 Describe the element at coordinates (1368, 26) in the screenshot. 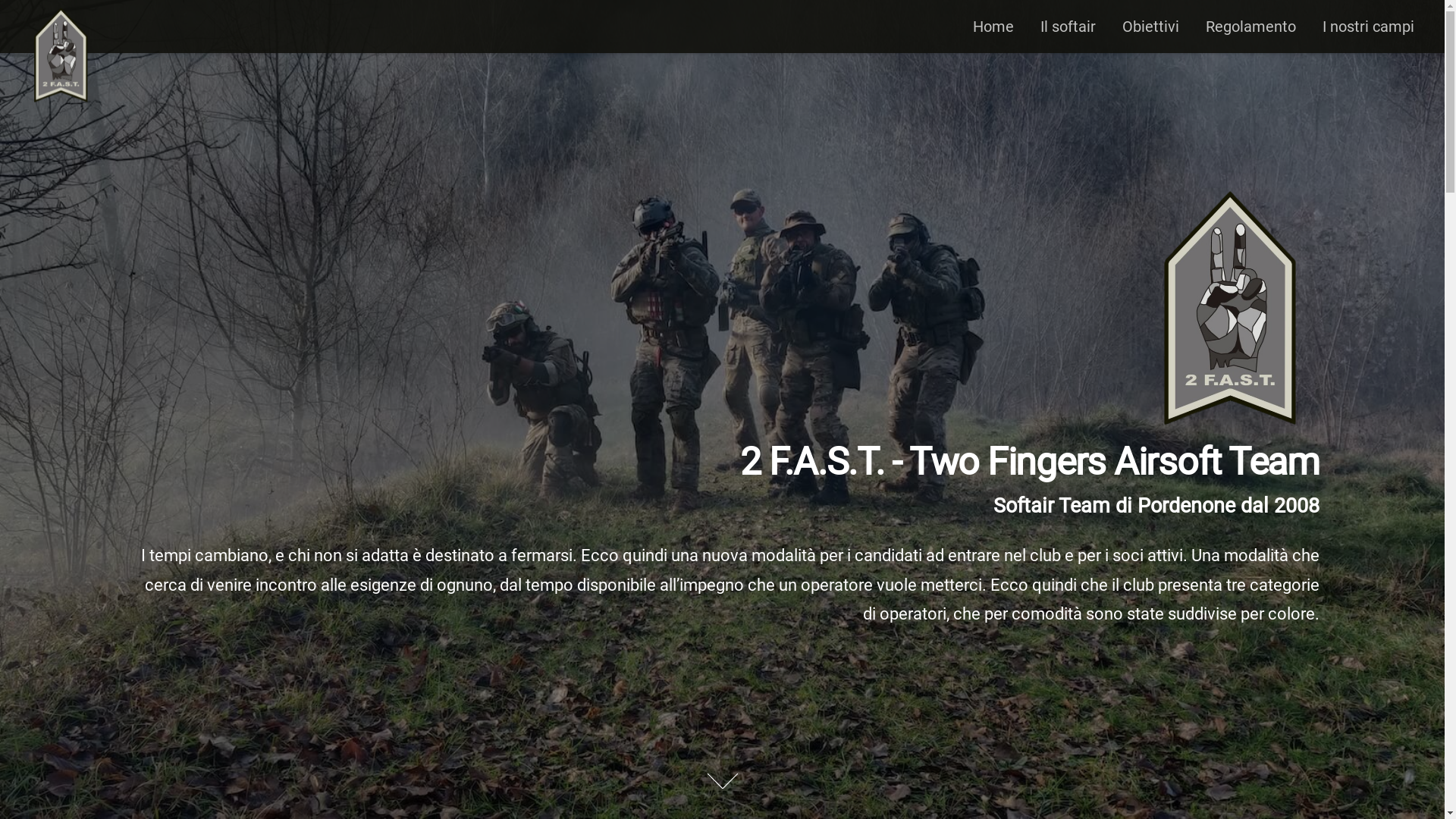

I see `'I nostri campi'` at that location.